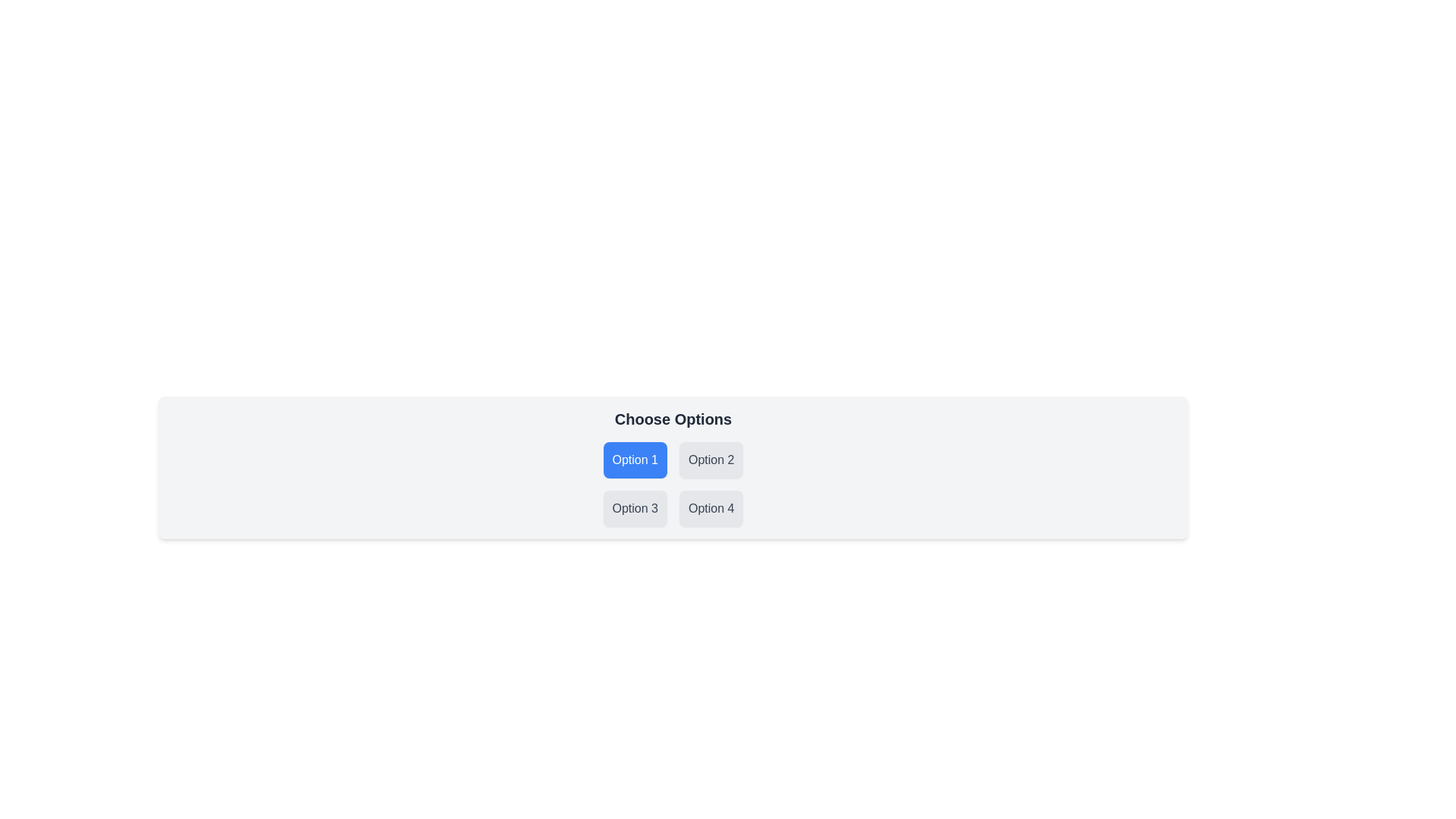 The height and width of the screenshot is (819, 1456). I want to click on the button labeled 'Option 3', which is a rectangular button with a light gray background and dark gray text, so click(635, 509).